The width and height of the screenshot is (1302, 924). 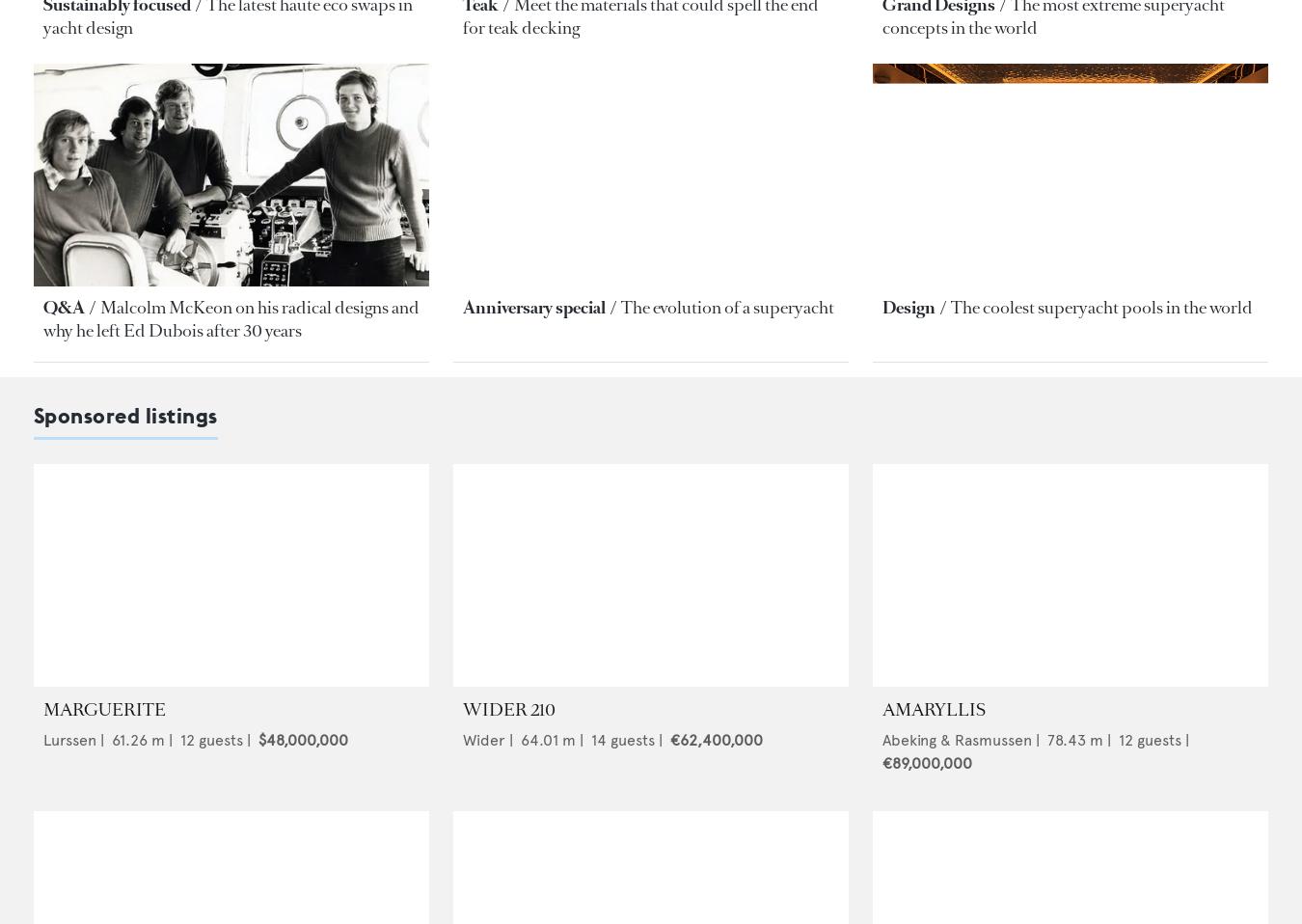 I want to click on 'Wider', so click(x=483, y=739).